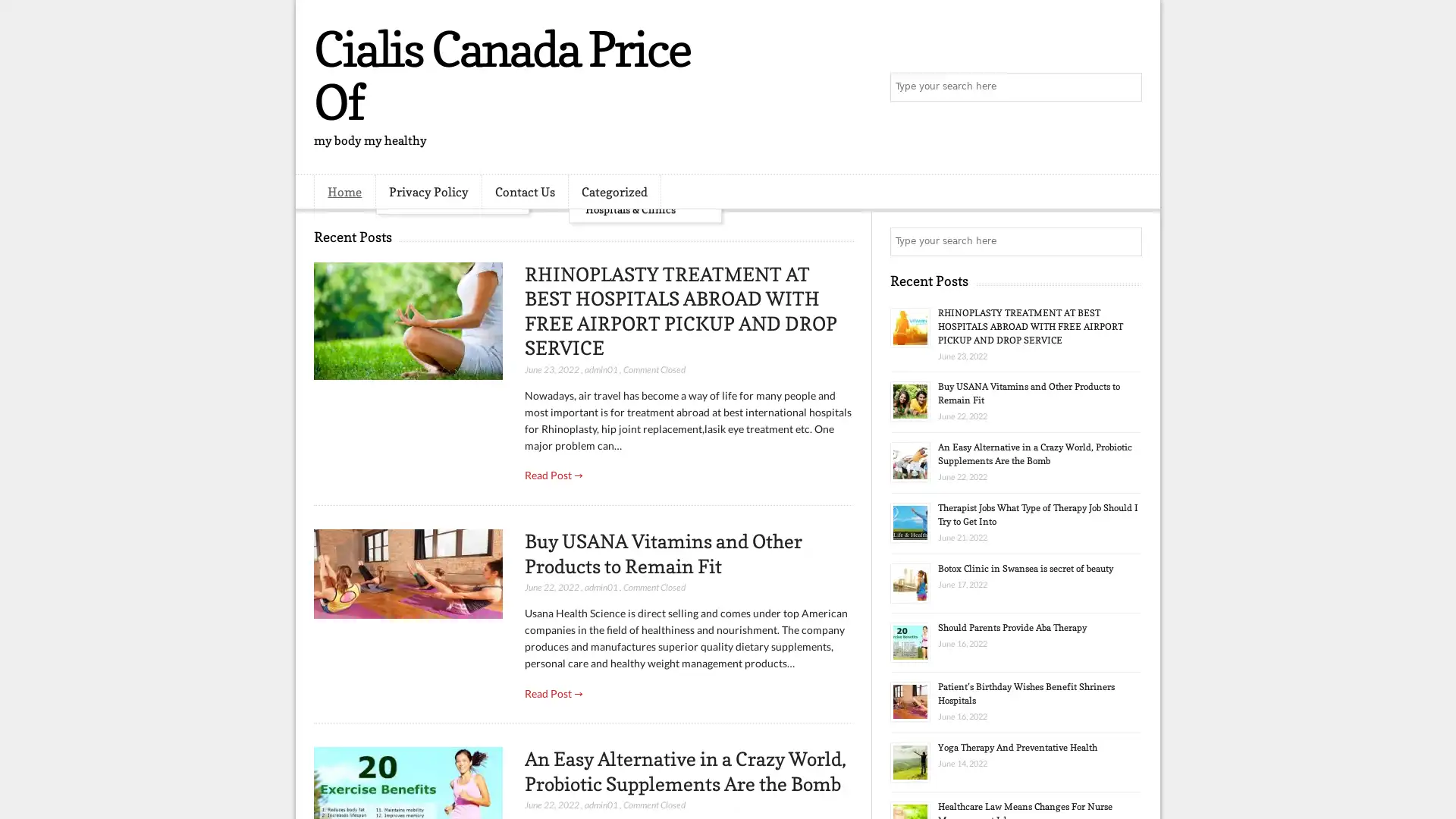 The width and height of the screenshot is (1456, 819). Describe the element at coordinates (1126, 87) in the screenshot. I see `Search` at that location.